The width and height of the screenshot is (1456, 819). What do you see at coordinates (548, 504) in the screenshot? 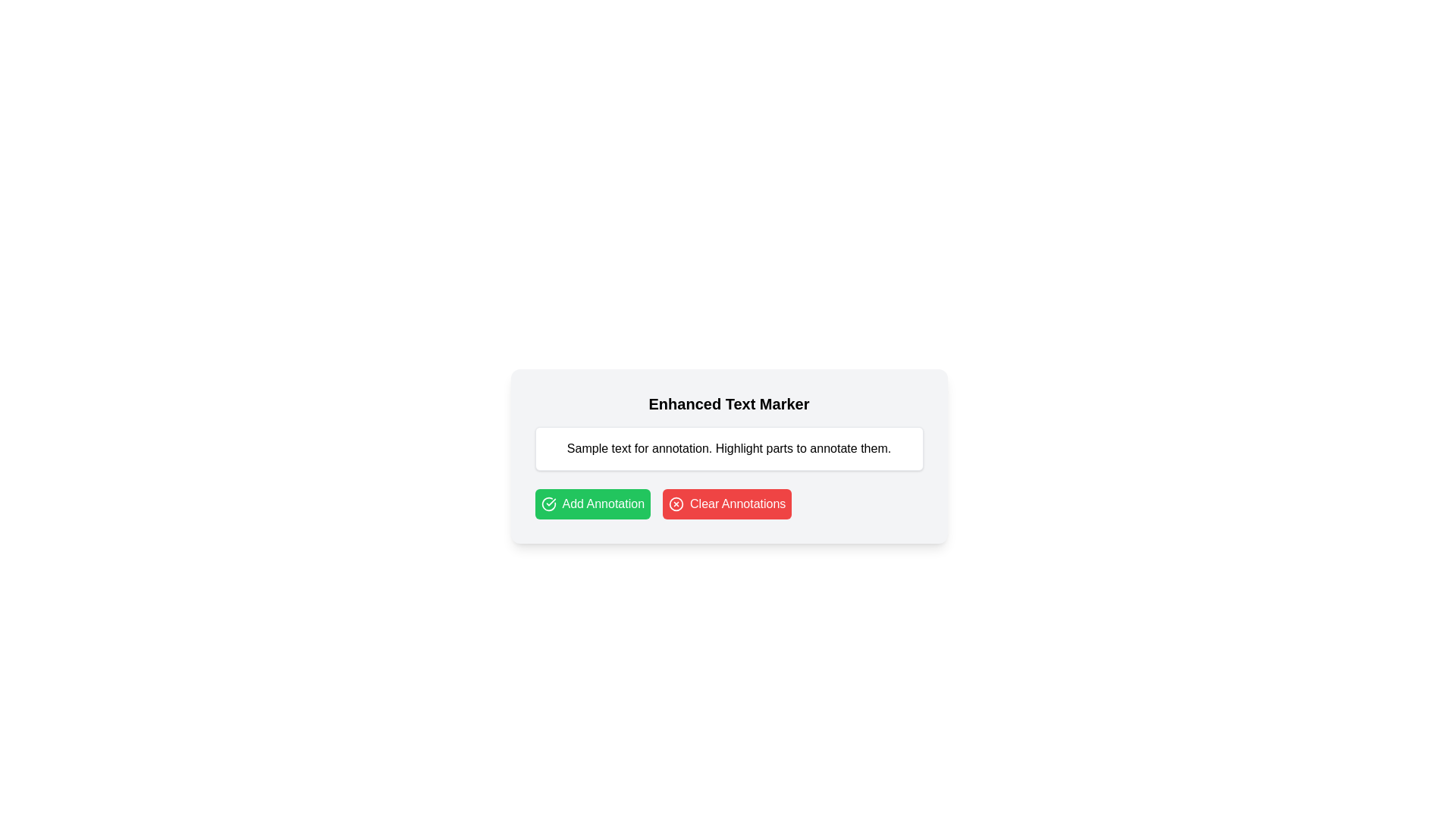
I see `the SVG icon representing a confirmation checkmark within the 'Add Annotation' button located at the bottom left of the main interface` at bounding box center [548, 504].